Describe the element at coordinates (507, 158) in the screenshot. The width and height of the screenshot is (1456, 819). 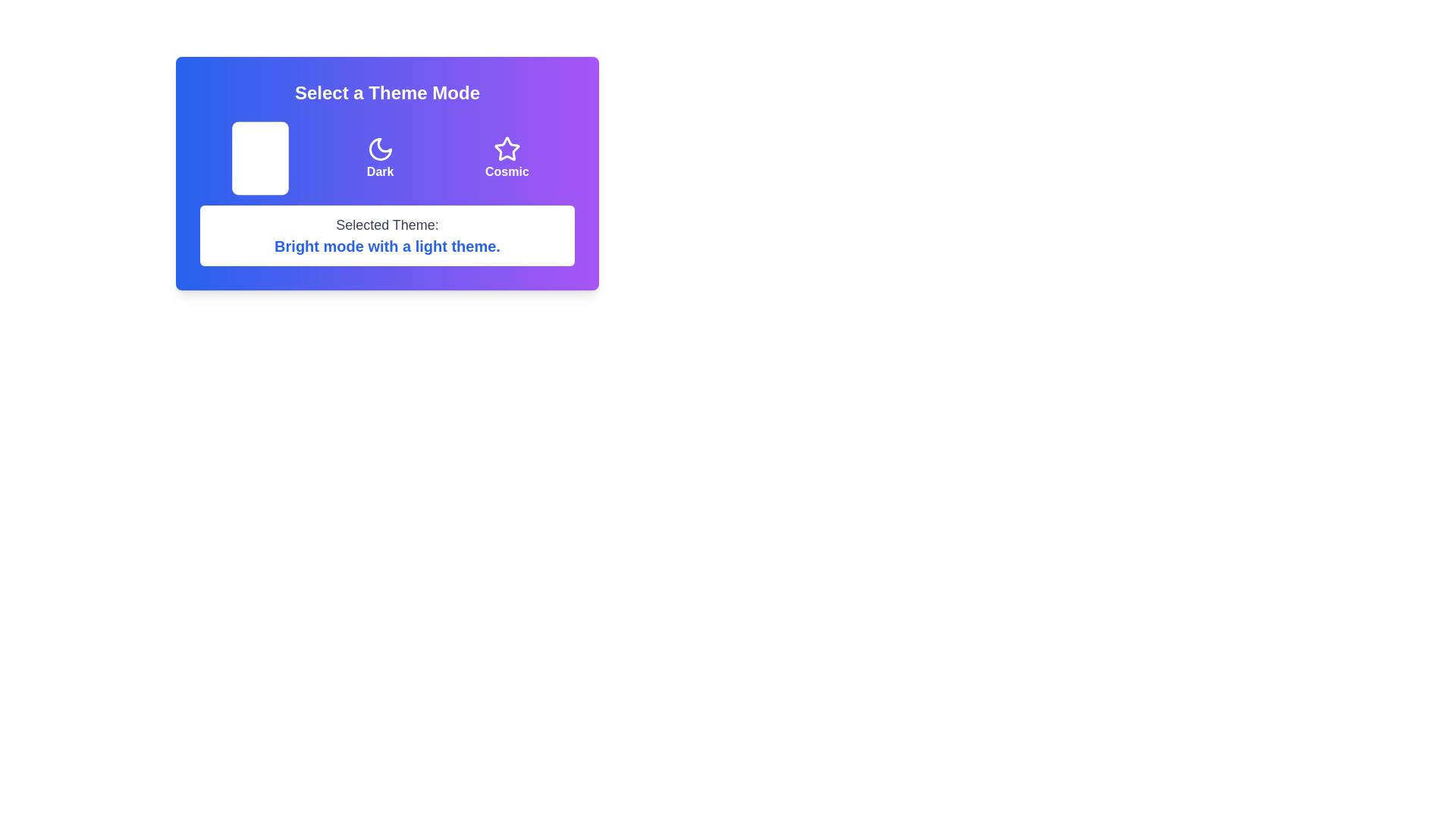
I see `the theme button to select the theme Cosmic` at that location.